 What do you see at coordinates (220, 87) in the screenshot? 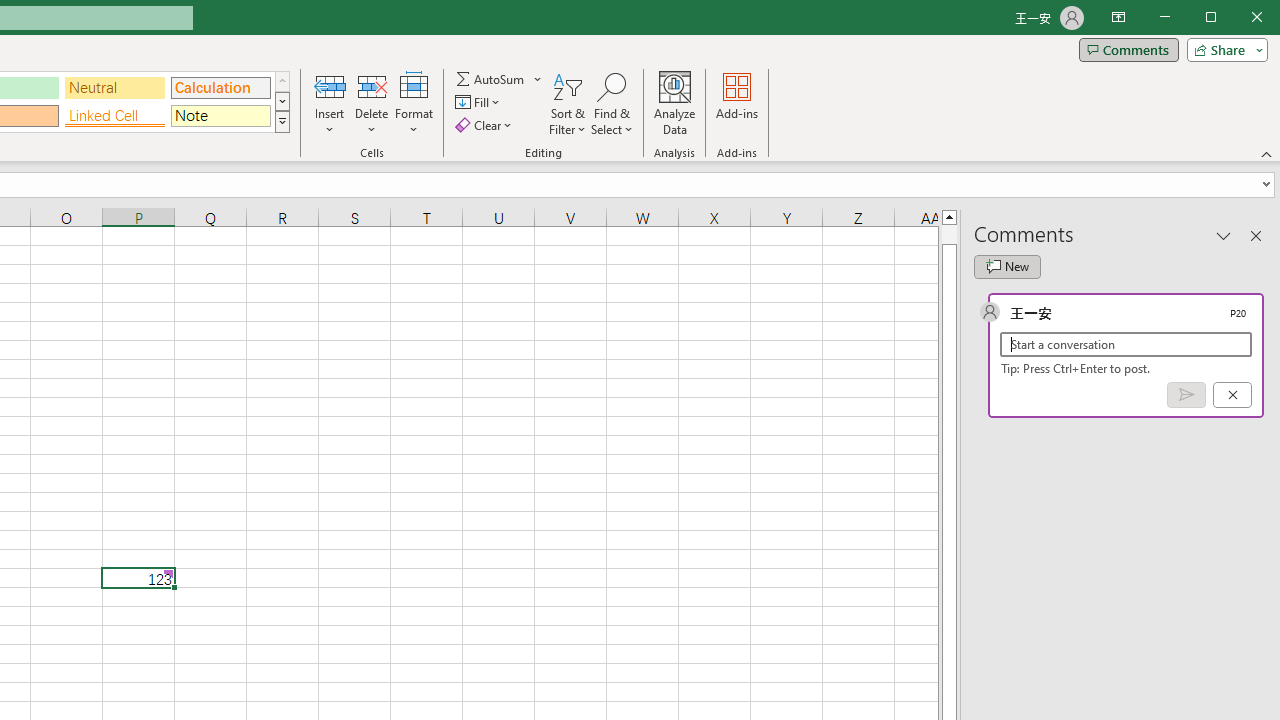
I see `'Calculation'` at bounding box center [220, 87].